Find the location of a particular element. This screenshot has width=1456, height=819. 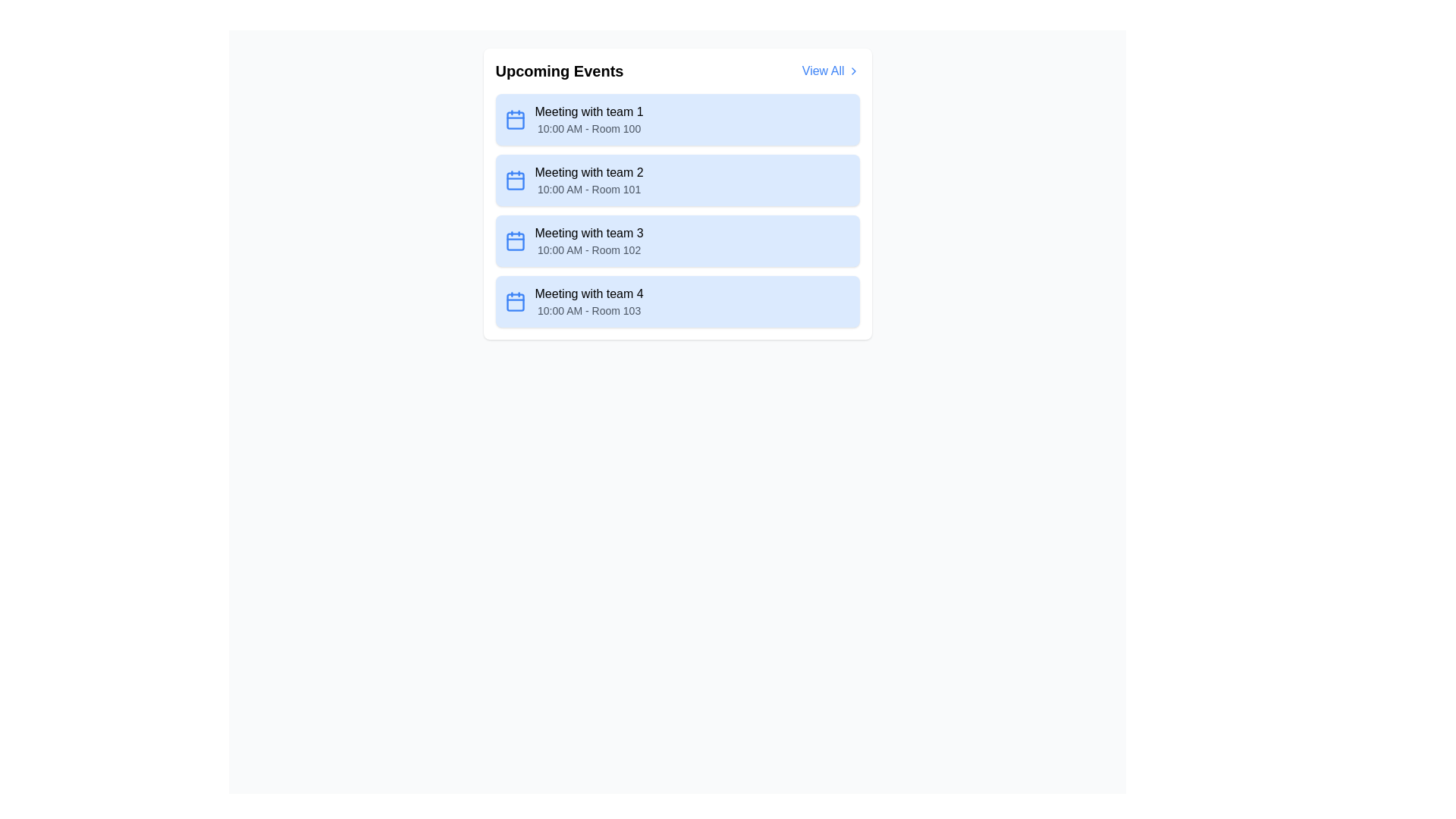

the blue calendar icon located within the light blue card containing the text 'Meeting with team 4' and '10:00 AM - Room 103', positioned as the leftmost icon in the fourth card of a list of events is located at coordinates (515, 301).